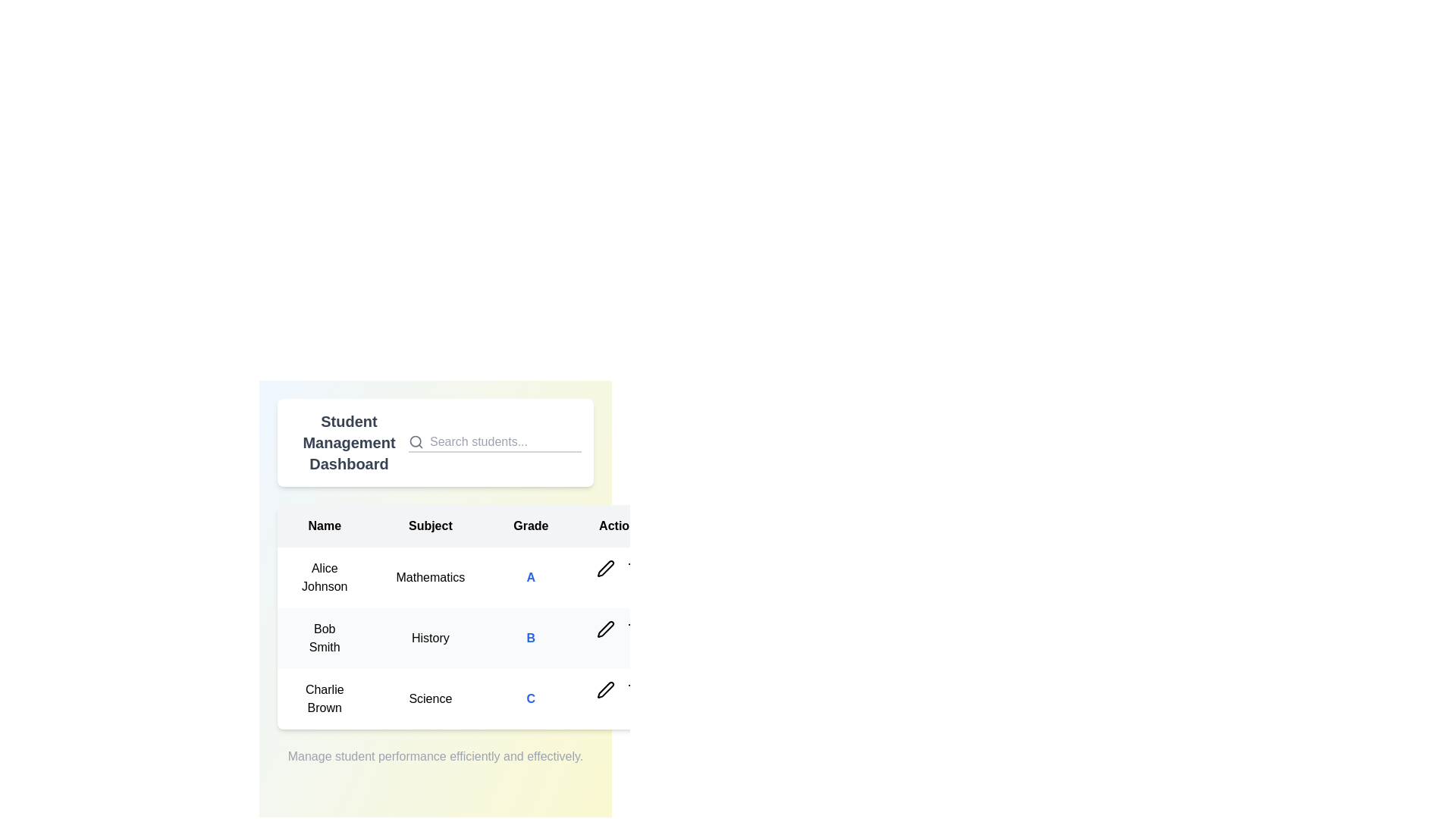 The width and height of the screenshot is (1456, 819). What do you see at coordinates (472, 638) in the screenshot?
I see `the second row of the table displaying student details, which is located between 'Alice Johnson' and 'Charlie Brown'` at bounding box center [472, 638].